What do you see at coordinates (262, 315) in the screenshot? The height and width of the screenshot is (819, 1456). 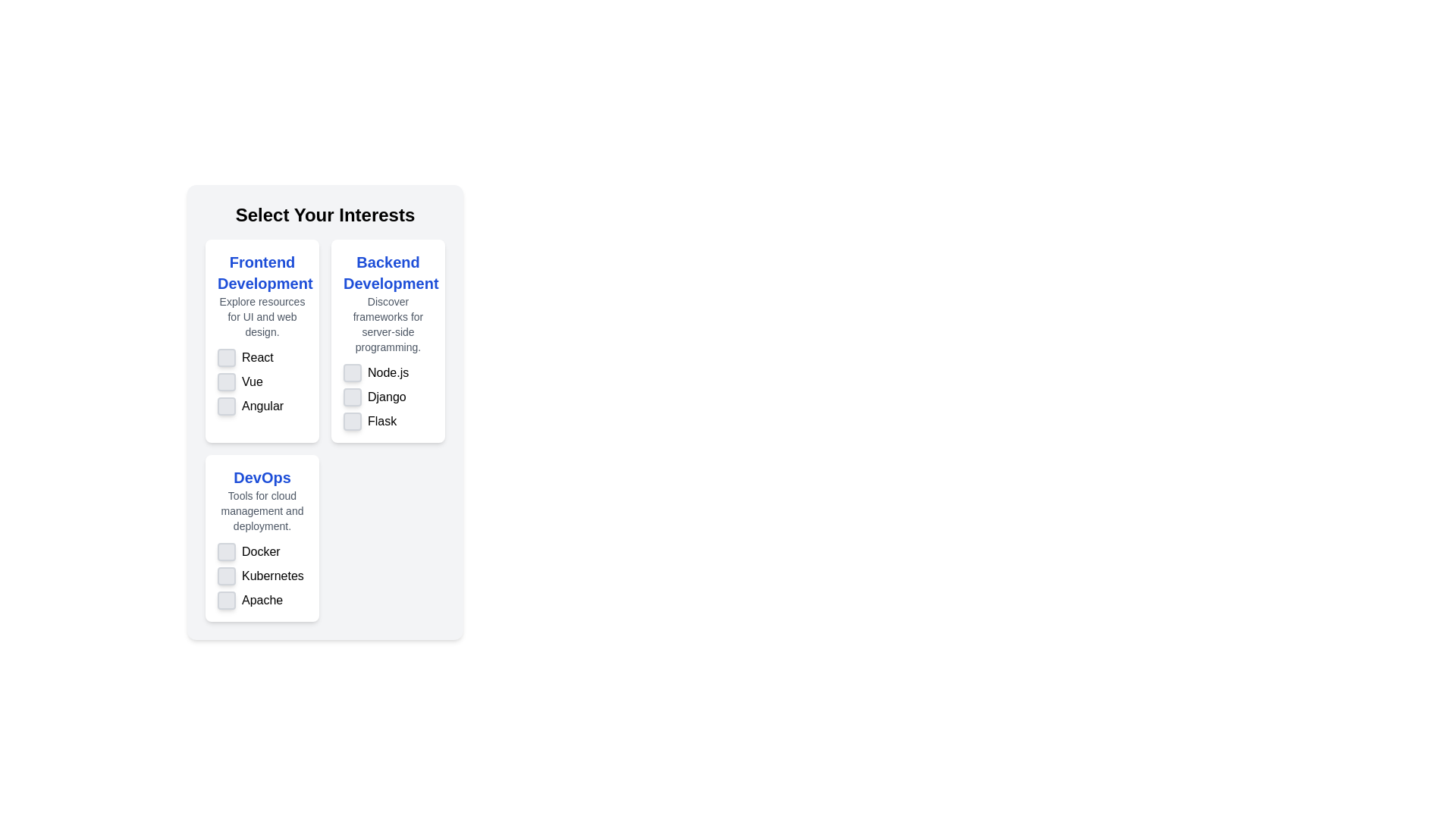 I see `the static text element that reads 'Explore resources for UI and web design', which is located directly beneath the title 'Frontend Development' in the leftmost card of the interface` at bounding box center [262, 315].